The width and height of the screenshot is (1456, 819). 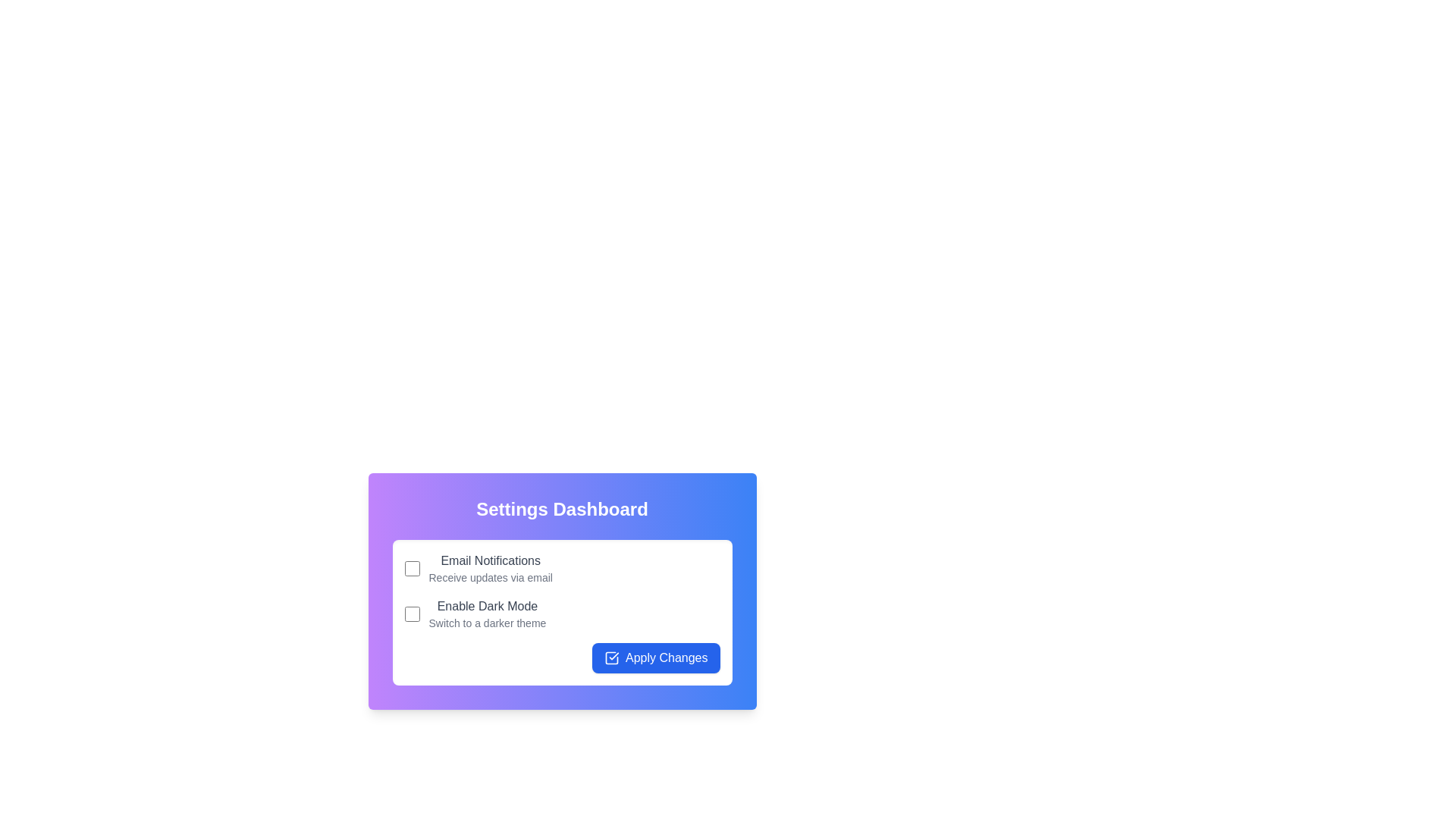 What do you see at coordinates (655, 657) in the screenshot?
I see `the 'Apply' button located at the bottom-right of the 'Settings Dashboard' card` at bounding box center [655, 657].